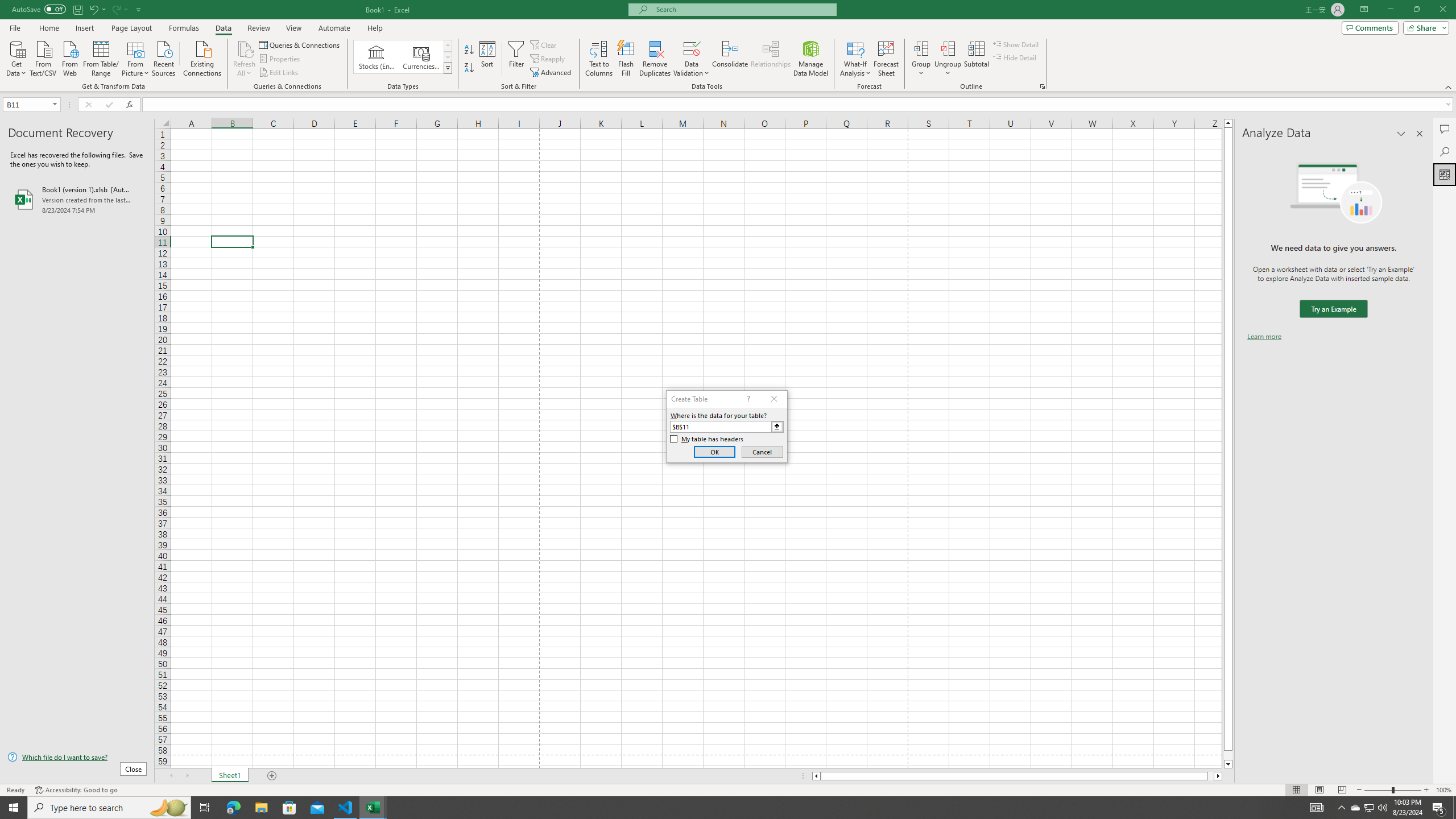 This screenshot has height=819, width=1456. I want to click on 'Consolidate...', so click(730, 59).